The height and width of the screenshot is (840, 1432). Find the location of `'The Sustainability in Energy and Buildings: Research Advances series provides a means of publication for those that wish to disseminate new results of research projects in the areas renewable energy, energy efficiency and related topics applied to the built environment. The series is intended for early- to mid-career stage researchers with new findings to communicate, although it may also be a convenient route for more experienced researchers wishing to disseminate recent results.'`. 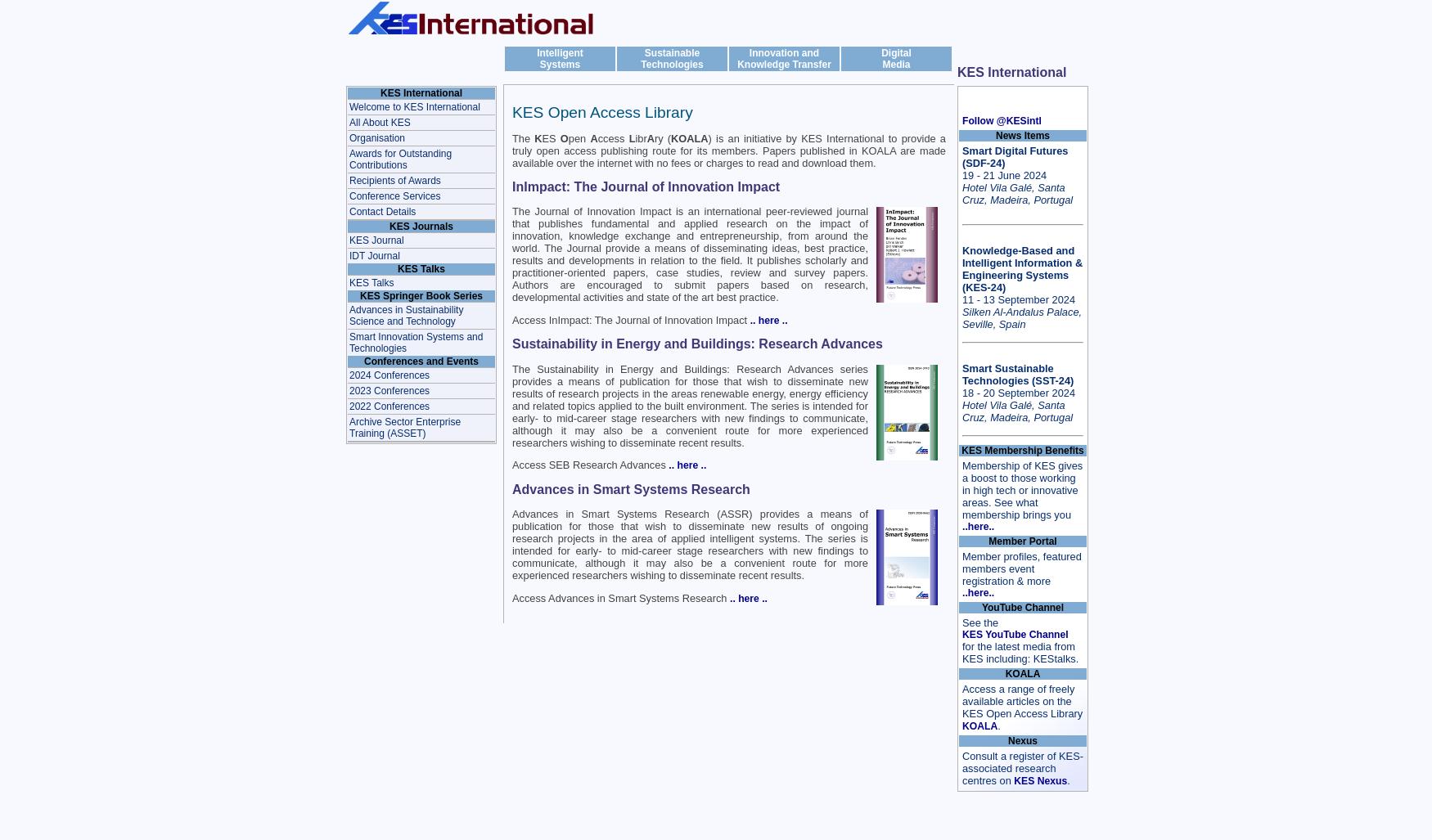

'The Sustainability in Energy and Buildings: Research Advances series provides a means of publication for those that wish to disseminate new results of research projects in the areas renewable energy, energy efficiency and related topics applied to the built environment. The series is intended for early- to mid-career stage researchers with new findings to communicate, although it may also be a convenient route for more experienced researchers wishing to disseminate recent results.' is located at coordinates (690, 405).